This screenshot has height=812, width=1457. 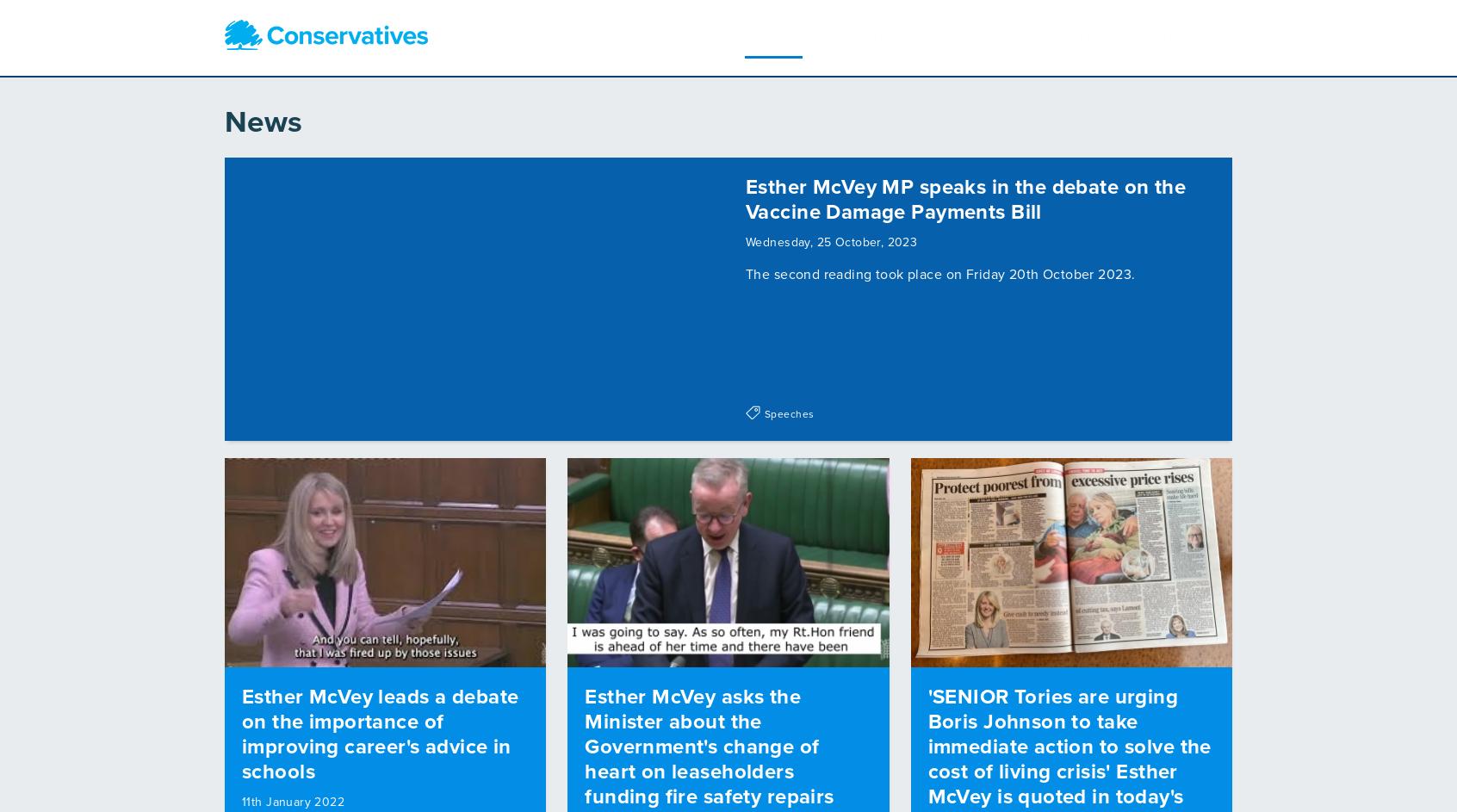 I want to click on 'Contact', so click(x=1031, y=34).